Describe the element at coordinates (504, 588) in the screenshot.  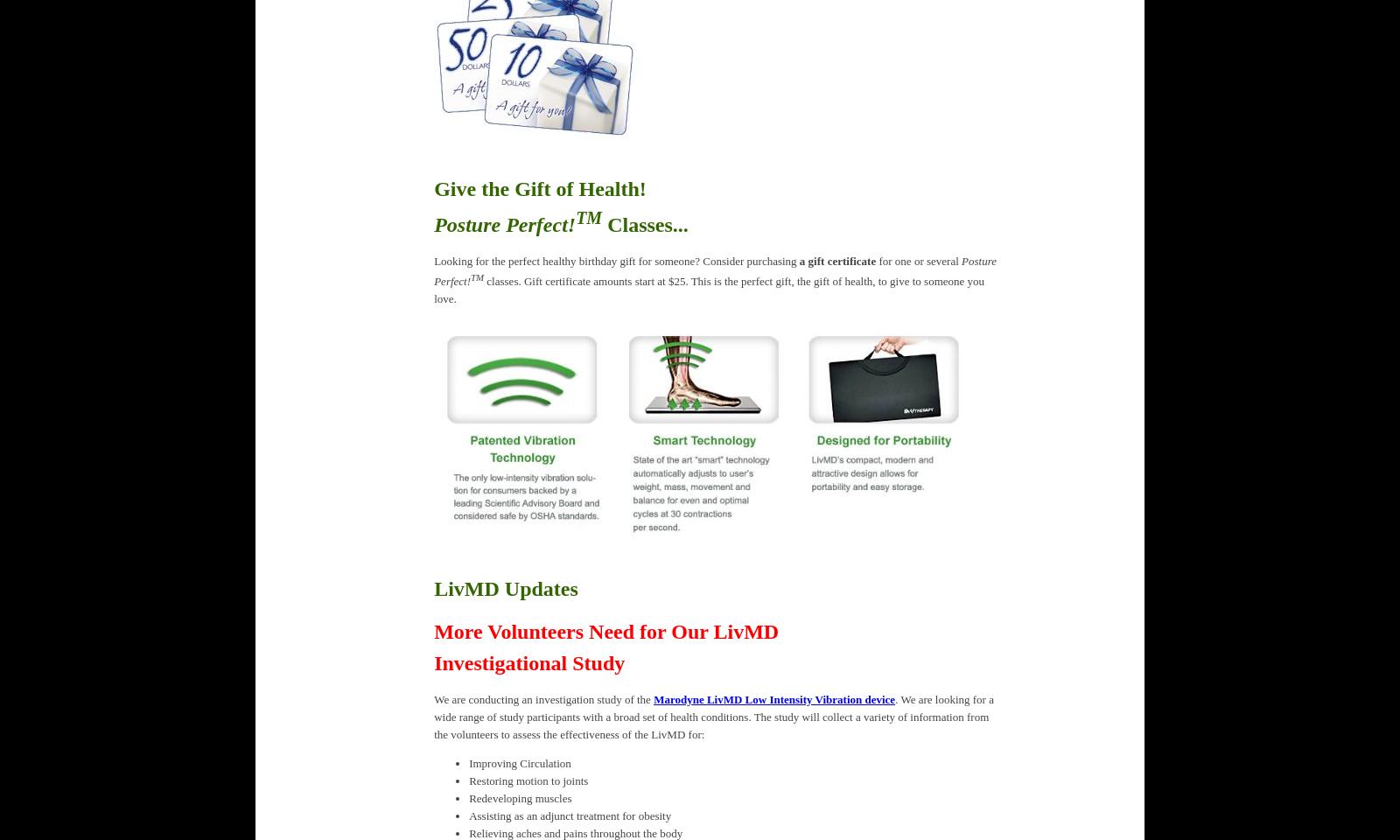
I see `'LivMD Updates'` at that location.